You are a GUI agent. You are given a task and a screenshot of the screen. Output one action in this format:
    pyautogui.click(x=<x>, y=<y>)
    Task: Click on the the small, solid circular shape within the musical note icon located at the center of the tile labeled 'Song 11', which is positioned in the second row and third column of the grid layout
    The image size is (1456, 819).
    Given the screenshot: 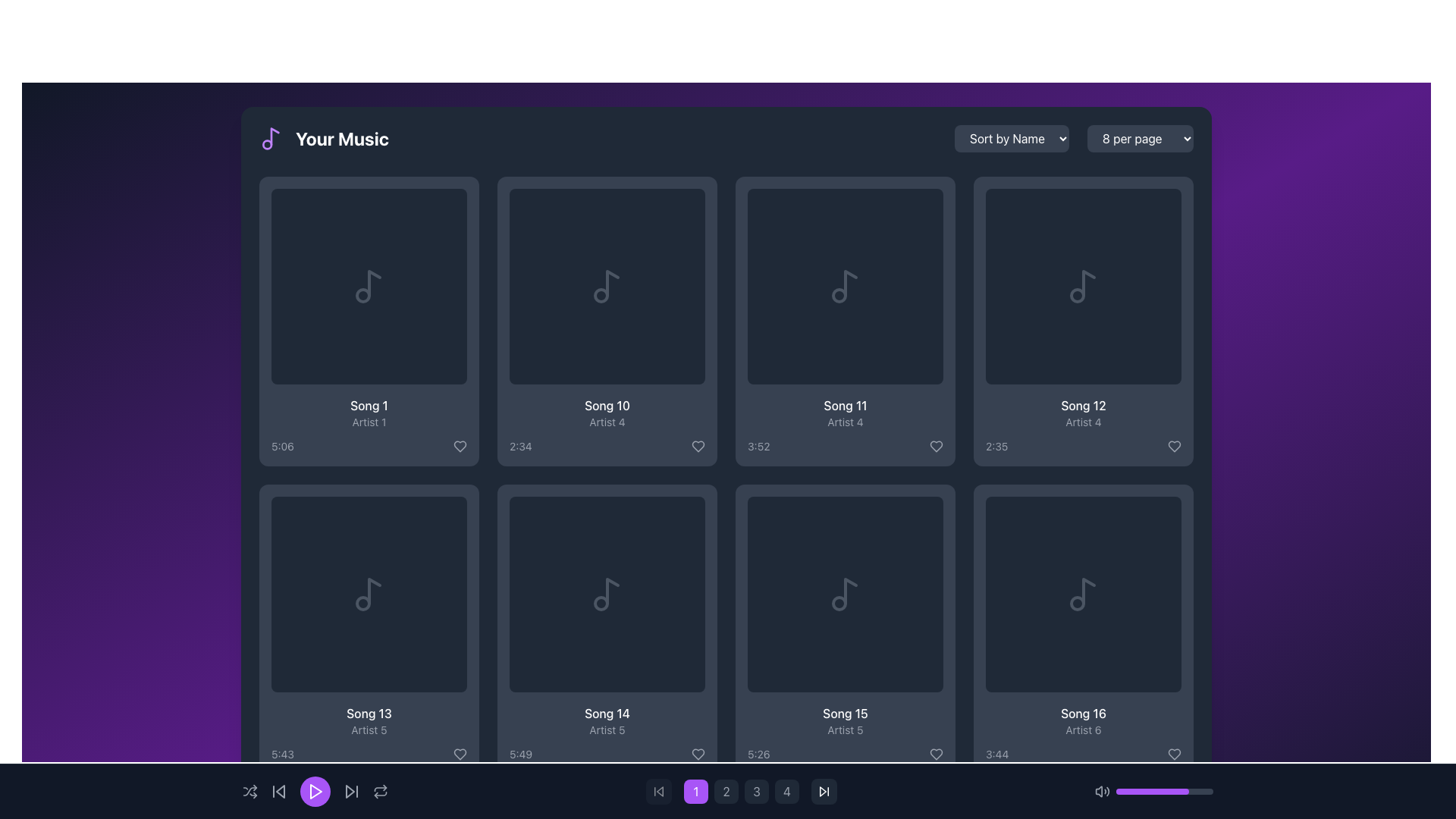 What is the action you would take?
    pyautogui.click(x=839, y=295)
    